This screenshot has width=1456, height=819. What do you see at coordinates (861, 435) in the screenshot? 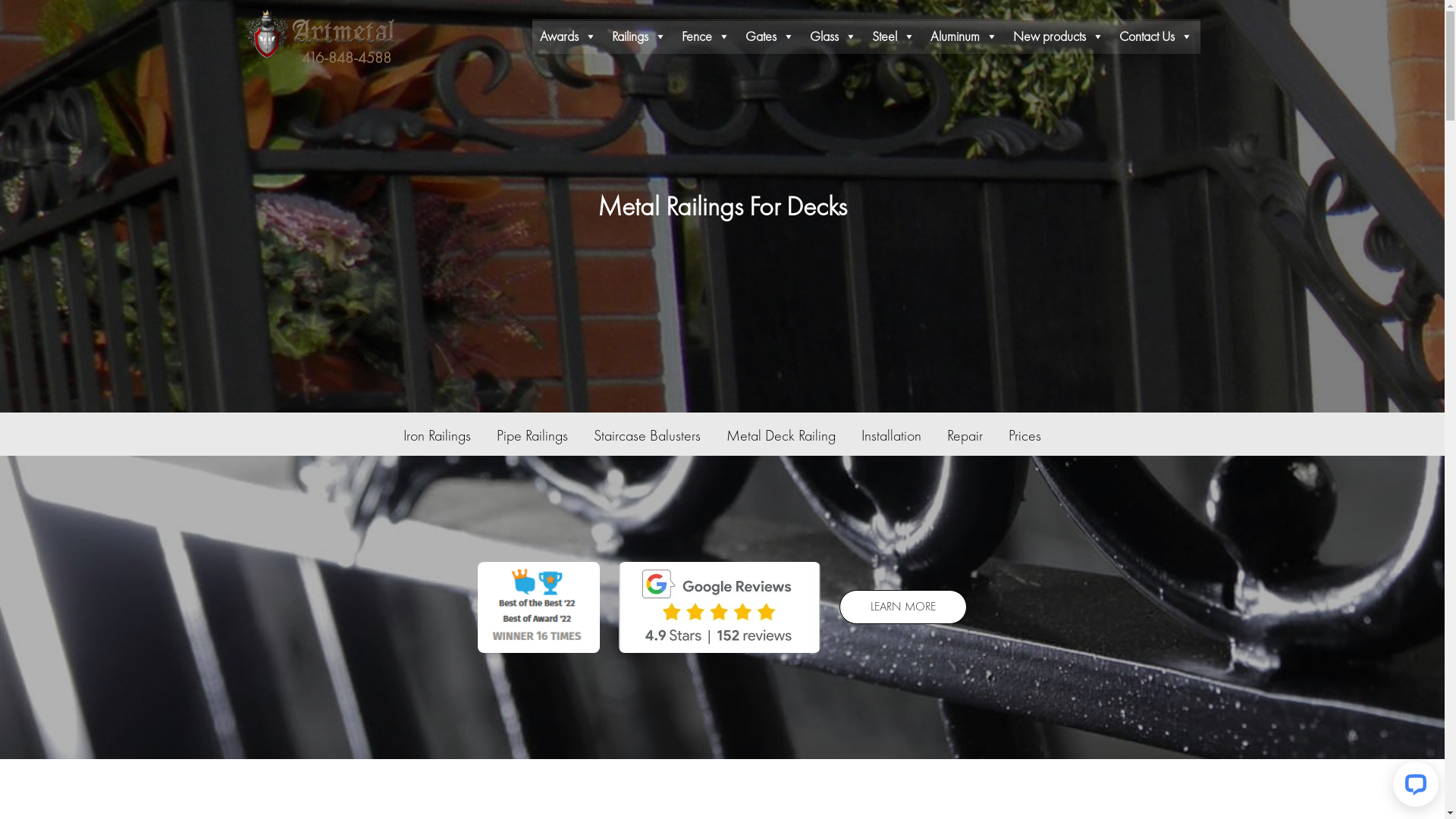
I see `'Installation'` at bounding box center [861, 435].